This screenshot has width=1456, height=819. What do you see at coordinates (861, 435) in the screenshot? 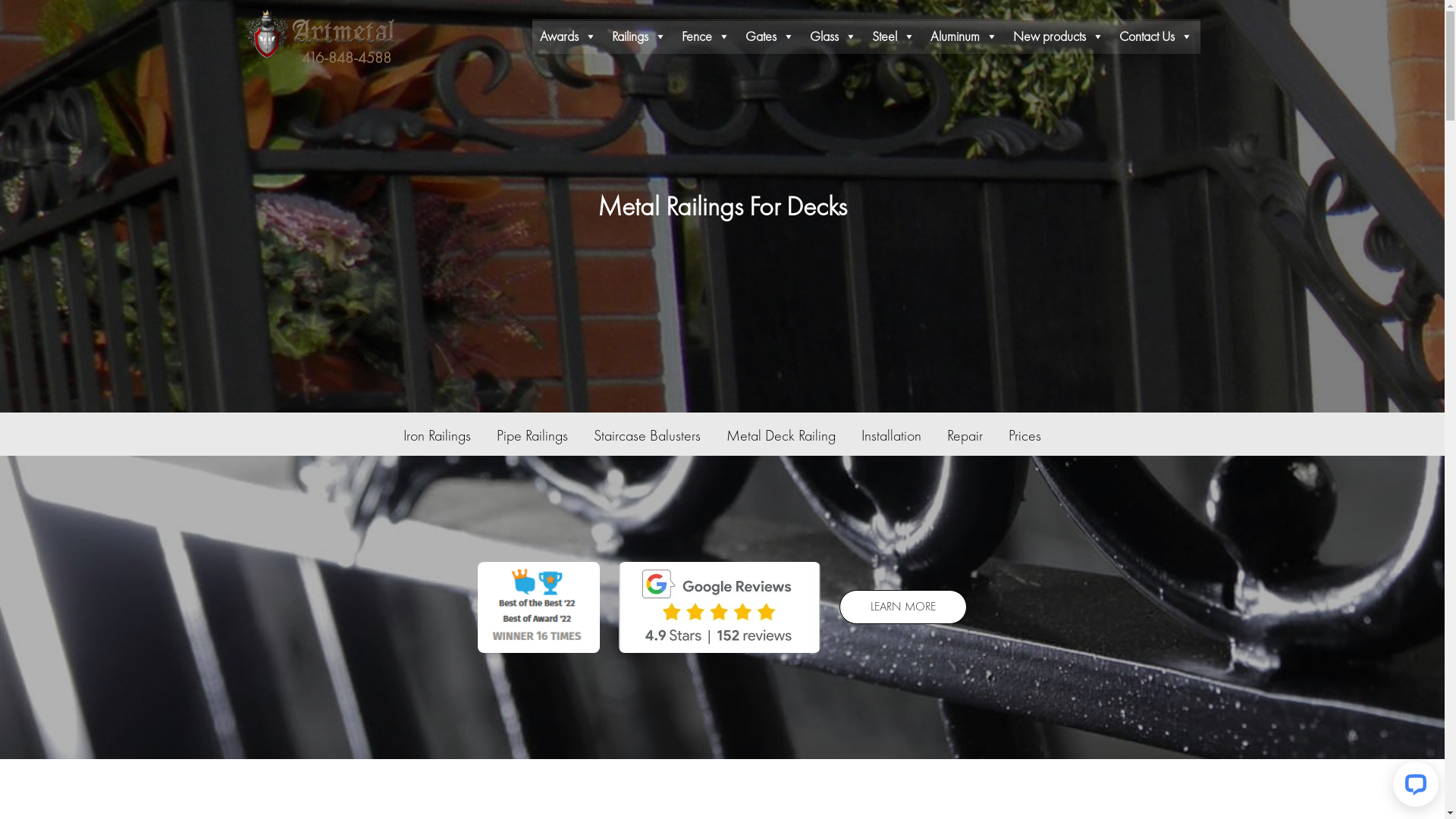
I see `'Installation'` at bounding box center [861, 435].